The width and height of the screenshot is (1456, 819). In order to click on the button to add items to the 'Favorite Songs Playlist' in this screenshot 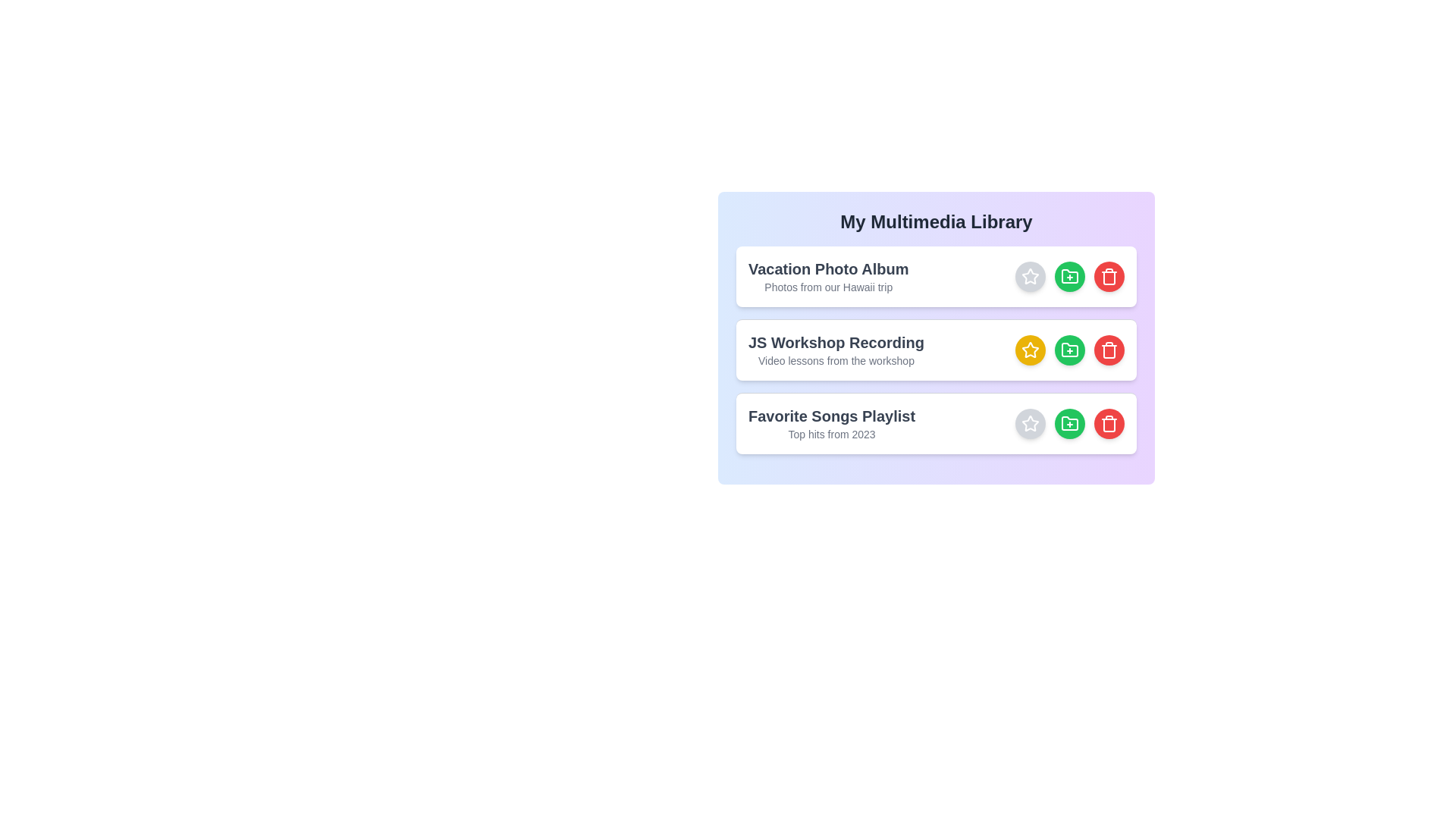, I will do `click(1069, 424)`.